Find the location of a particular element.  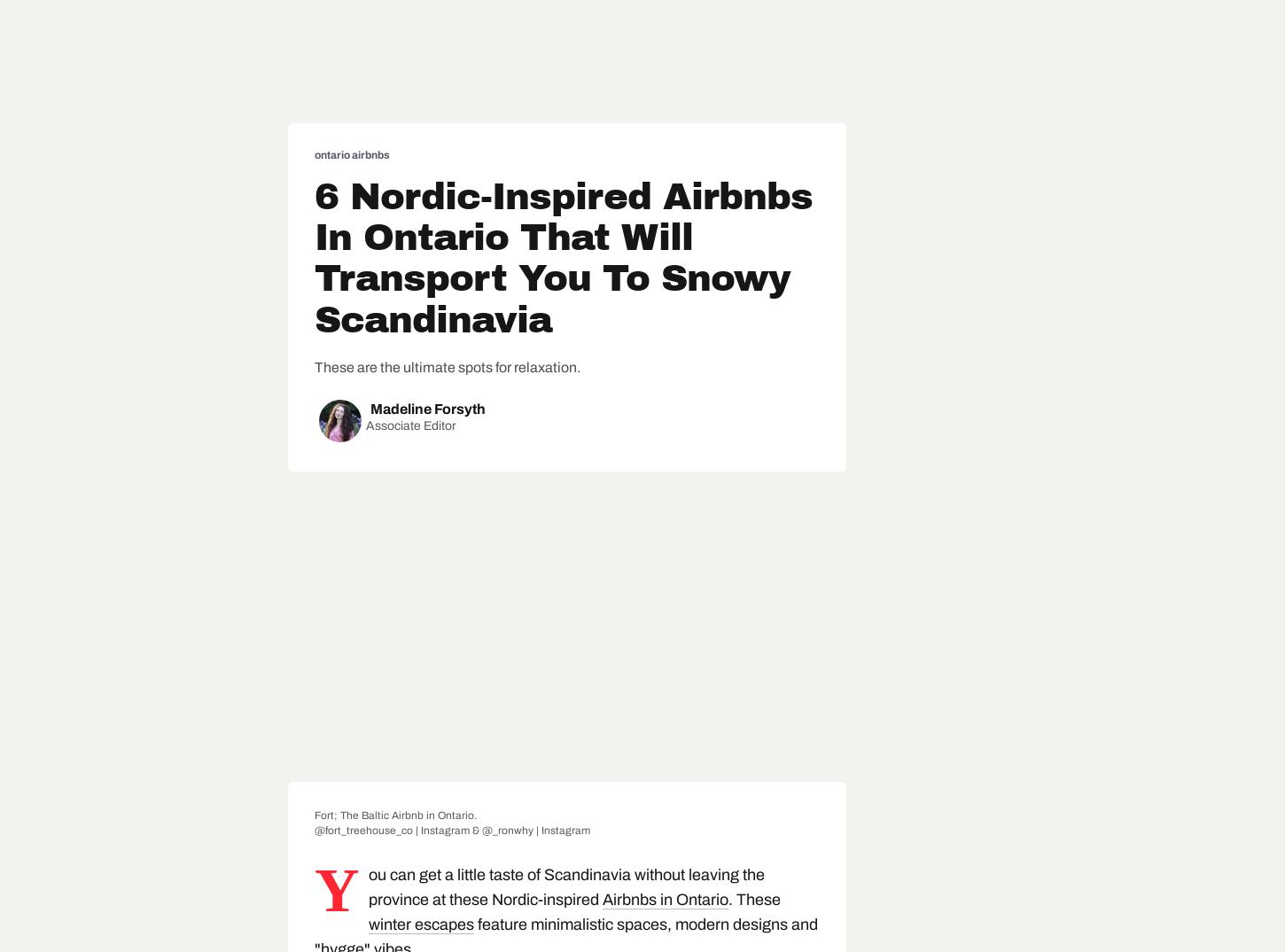

'You can get a little taste of Scandinavia without leaving the province at these Nordic-inspired' is located at coordinates (538, 889).